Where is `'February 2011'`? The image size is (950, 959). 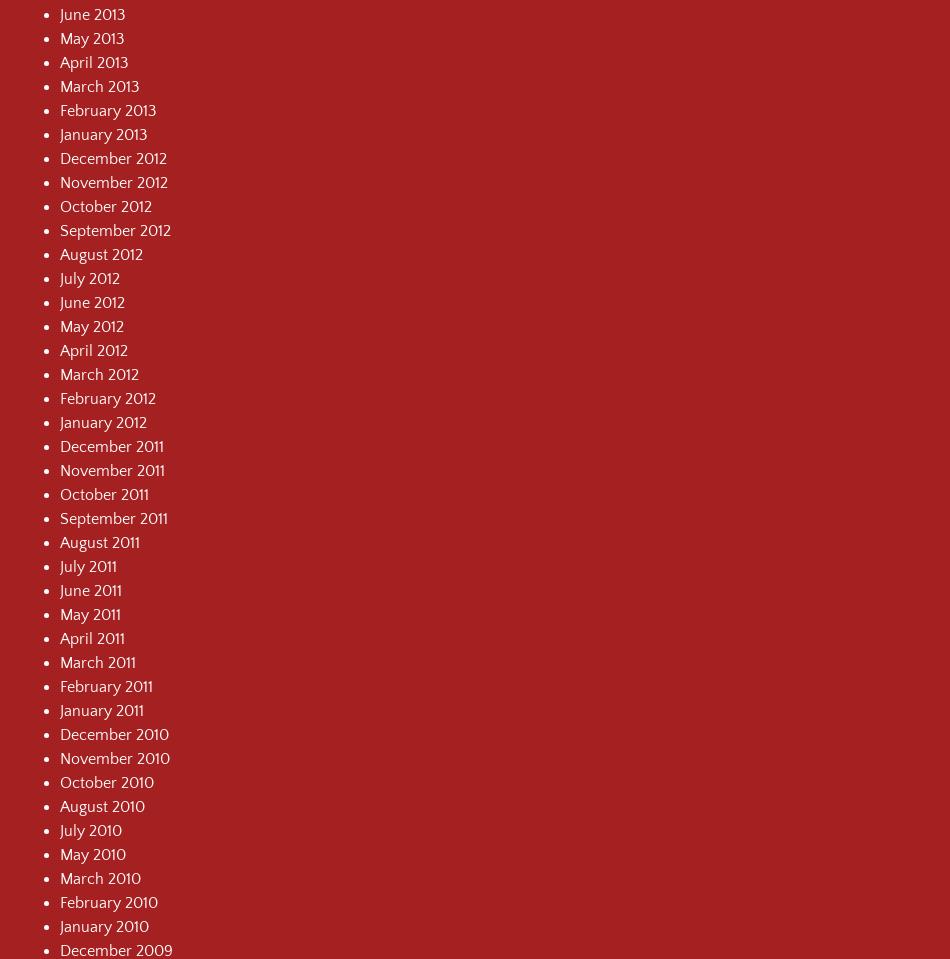 'February 2011' is located at coordinates (106, 685).